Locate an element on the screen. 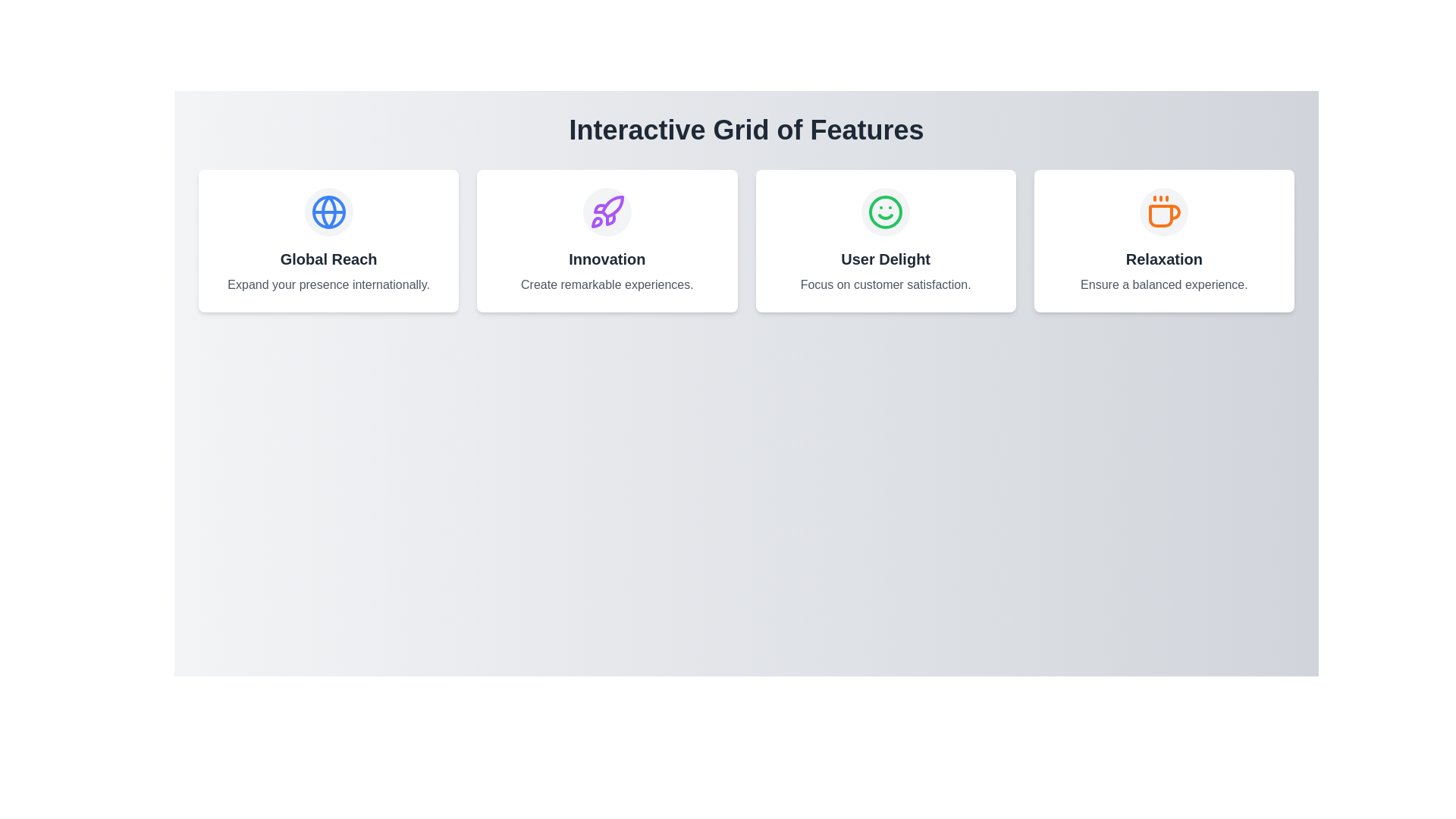 The width and height of the screenshot is (1456, 819). the Text label that serves as a title for the feature card, summarizing its theme as 'Relaxation', located in the fourth box below the coffee cup icon and above the description text is located at coordinates (1163, 259).